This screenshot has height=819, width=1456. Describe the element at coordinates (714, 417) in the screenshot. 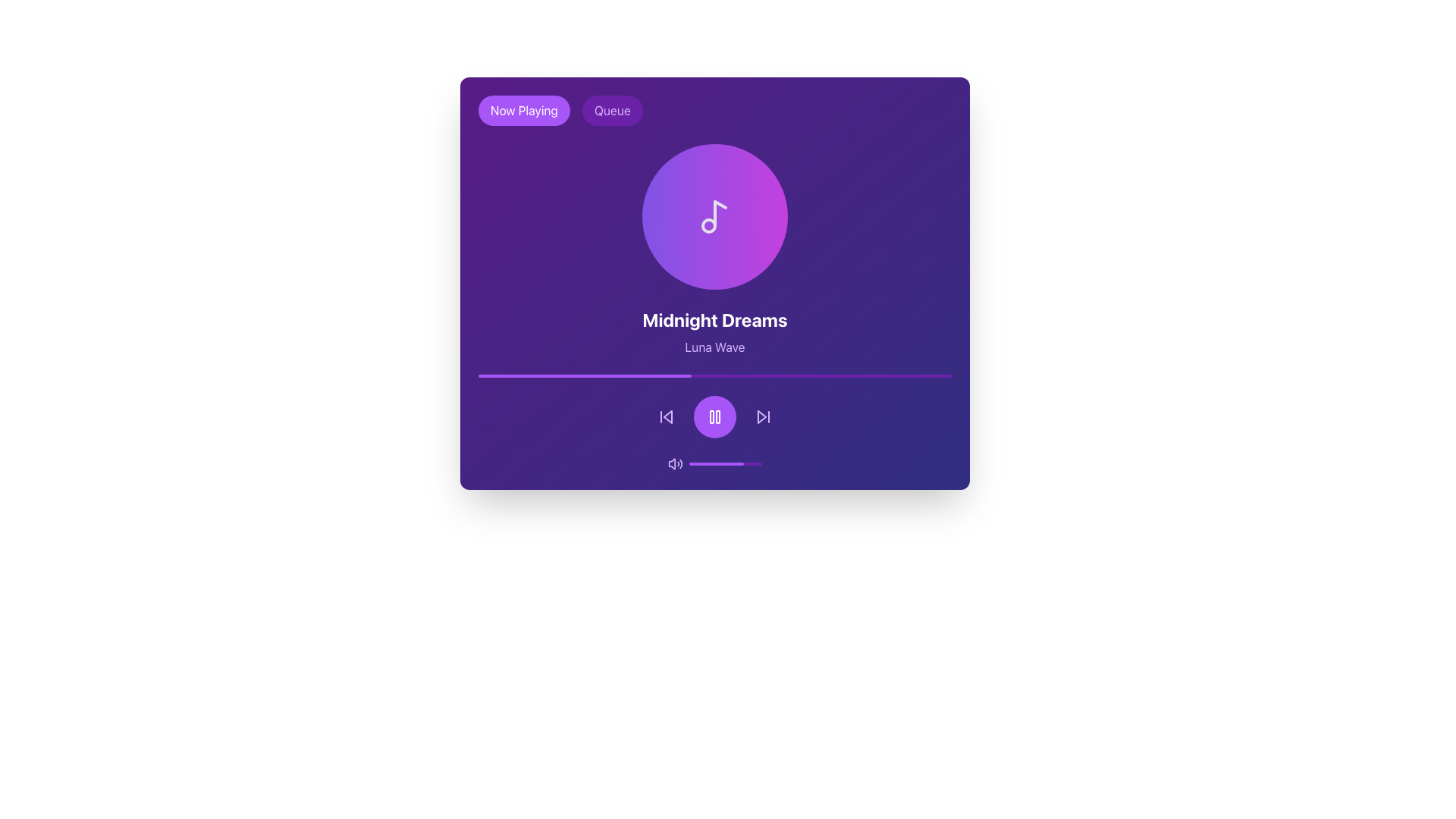

I see `the circular button with a purple background and a white pause icon at its center to interact with the keyboard` at that location.